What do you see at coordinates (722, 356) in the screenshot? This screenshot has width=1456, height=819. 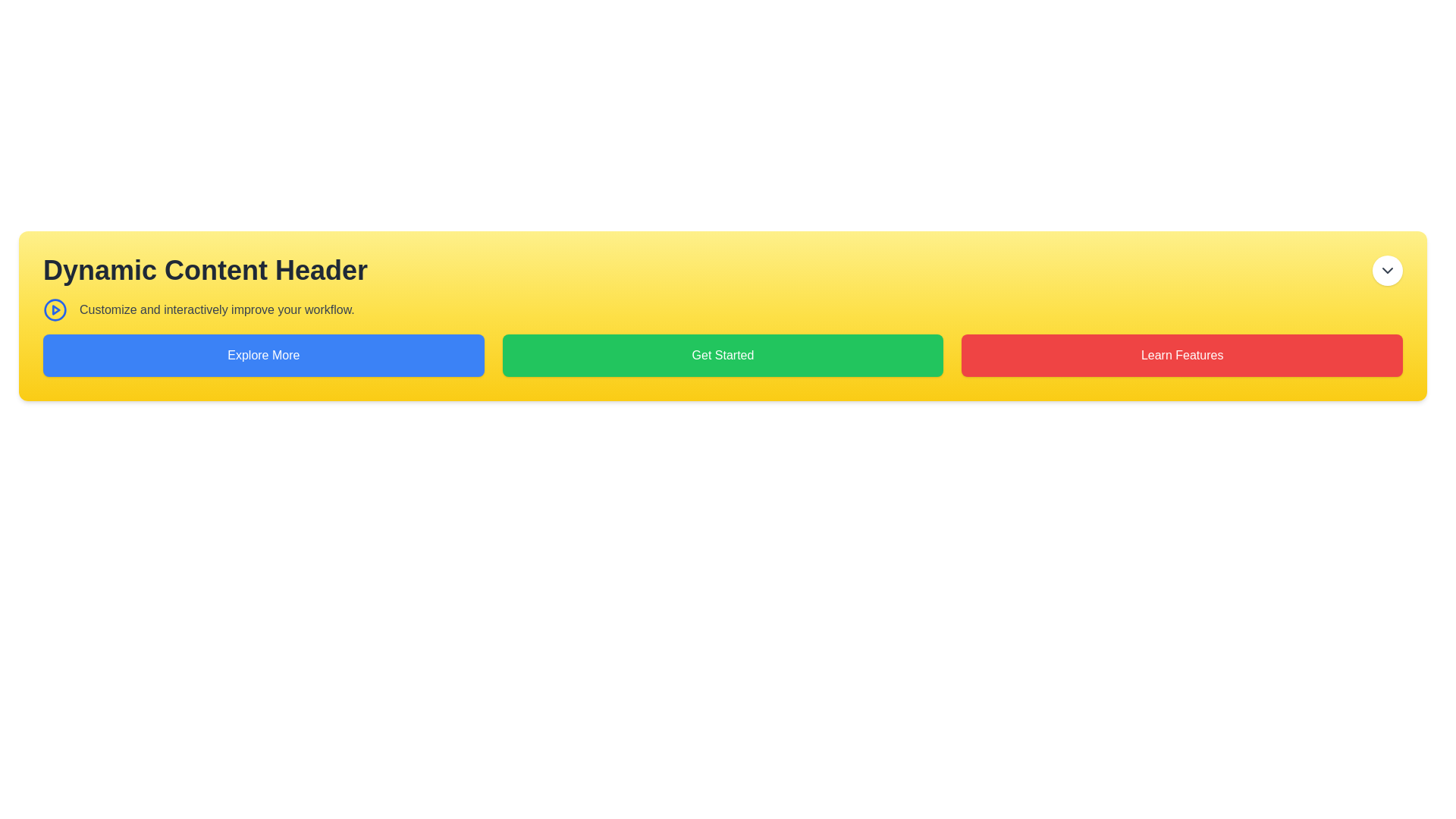 I see `the 'Get Started' button, which is a rectangular button with a green background and white text, centrally located between the 'Explore More' and 'Learn Features' buttons` at bounding box center [722, 356].